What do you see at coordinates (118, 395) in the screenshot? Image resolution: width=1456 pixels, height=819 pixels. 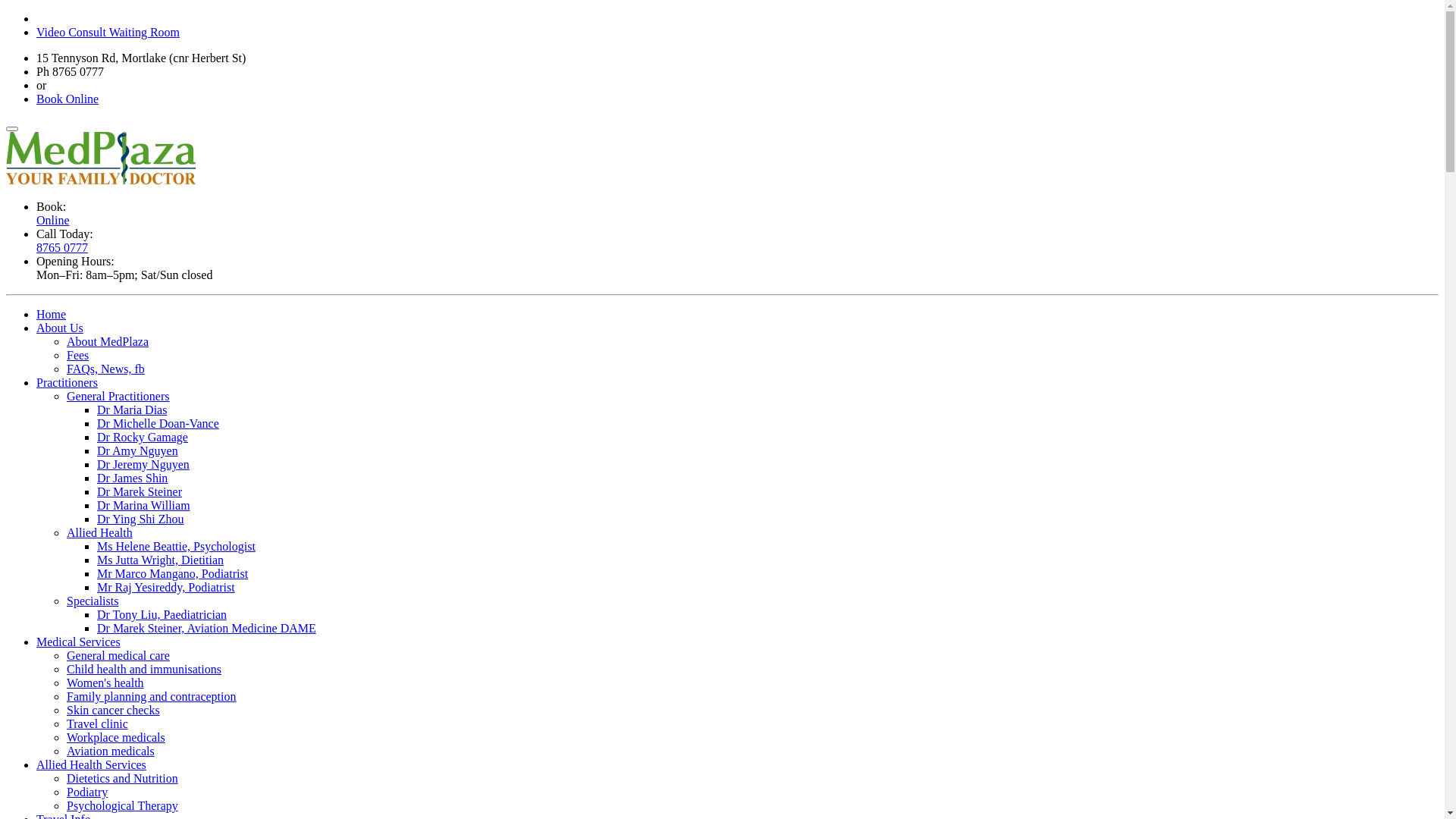 I see `'General Practitioners'` at bounding box center [118, 395].